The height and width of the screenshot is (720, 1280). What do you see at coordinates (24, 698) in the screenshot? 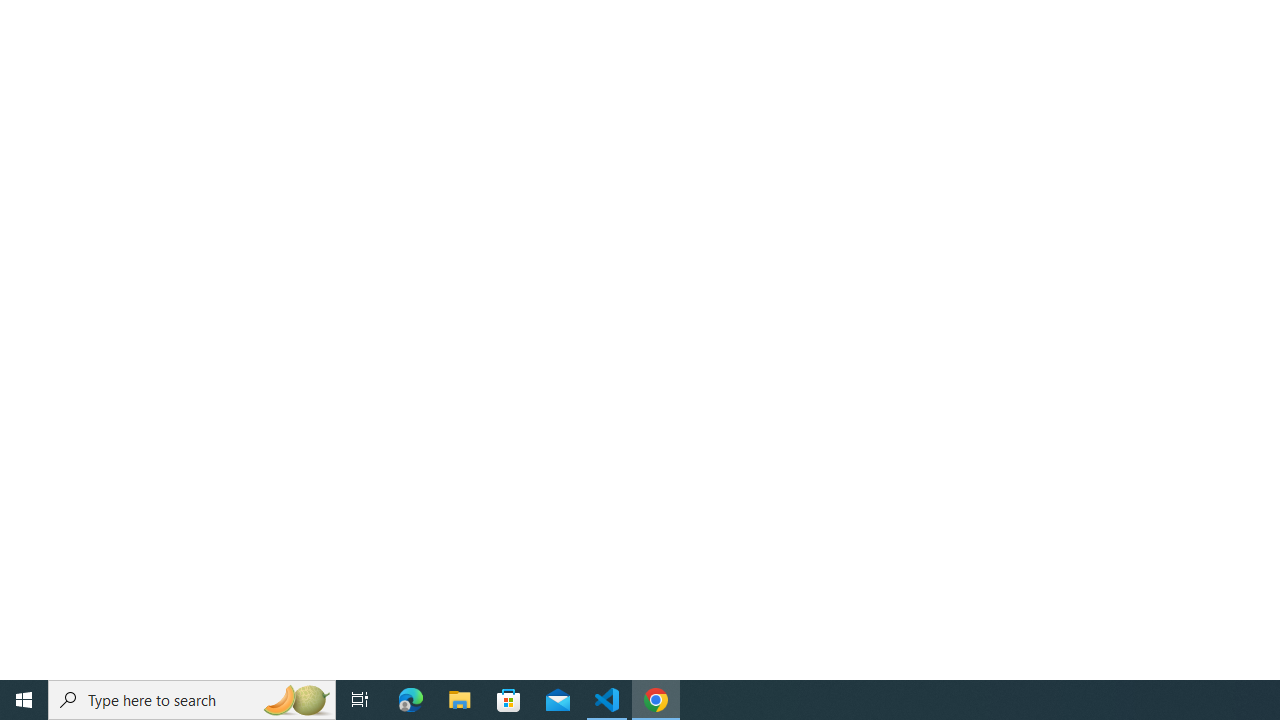
I see `'Start'` at bounding box center [24, 698].